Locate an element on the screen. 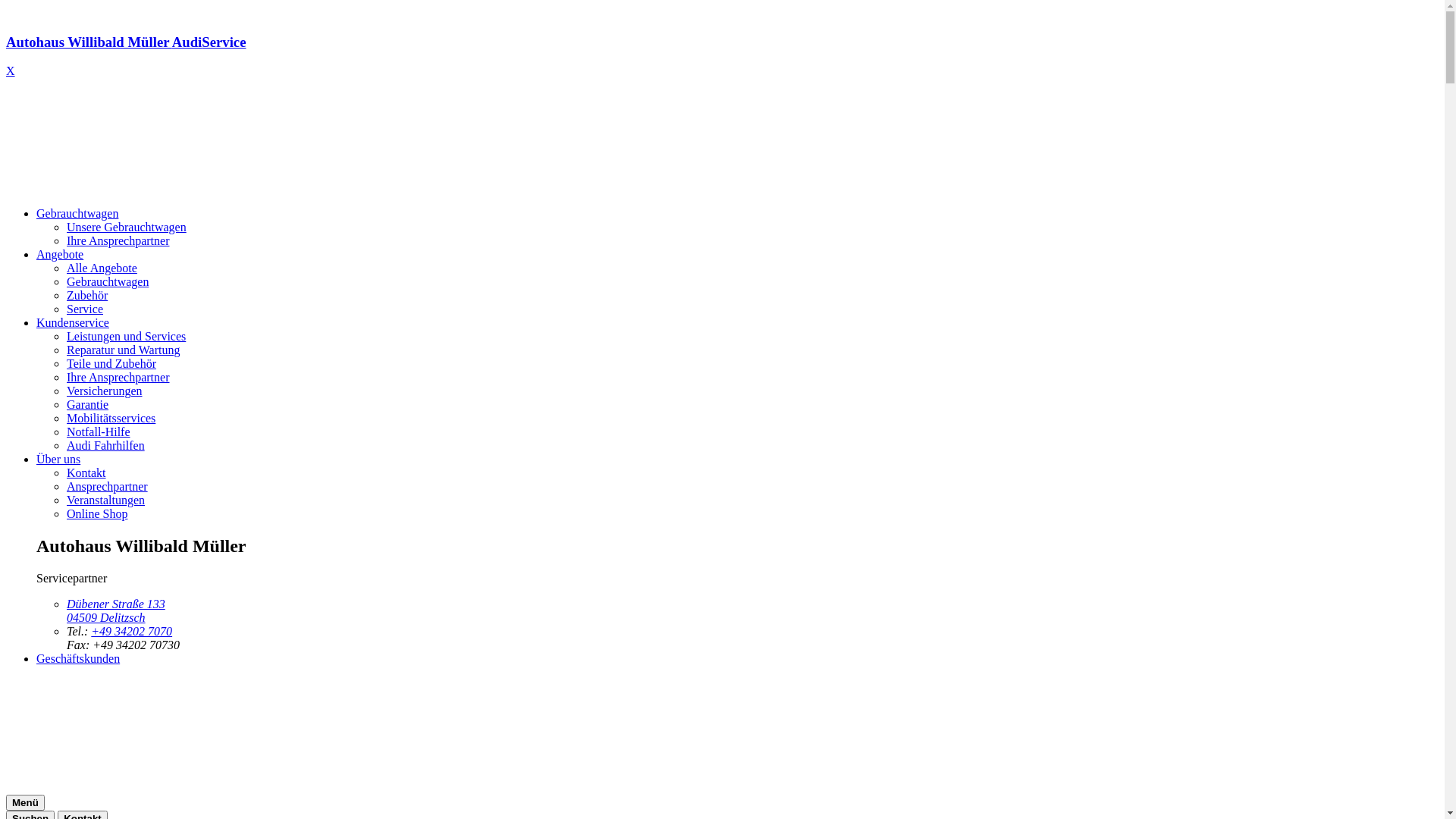 The width and height of the screenshot is (1456, 819). 'Ihre Ansprechpartner' is located at coordinates (118, 240).